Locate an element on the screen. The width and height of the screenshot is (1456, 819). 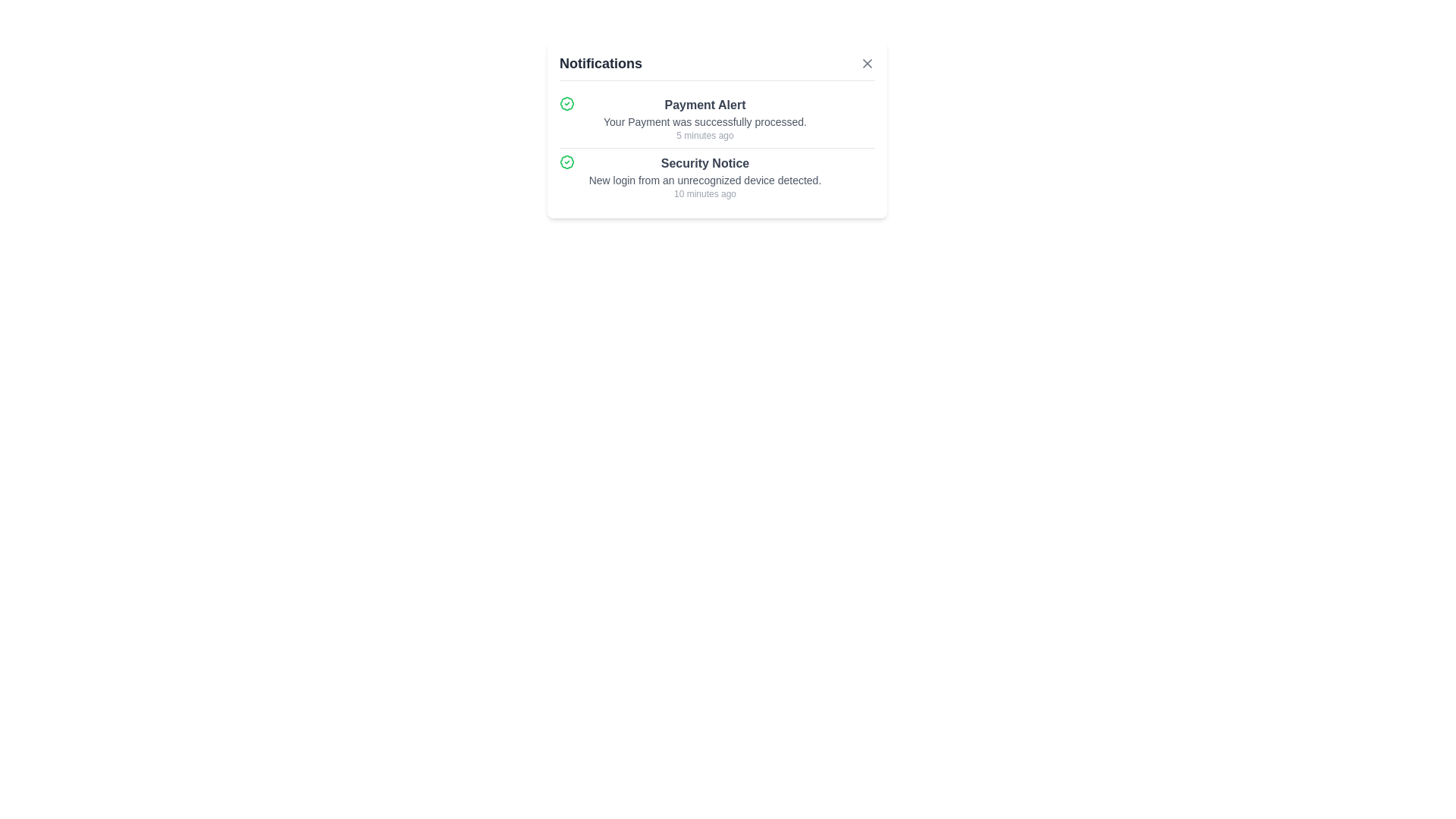
timestamp text label located beneath the descriptive text 'New login from an unrecognized device detected.' in the 'Security Notice' notification entry is located at coordinates (704, 193).